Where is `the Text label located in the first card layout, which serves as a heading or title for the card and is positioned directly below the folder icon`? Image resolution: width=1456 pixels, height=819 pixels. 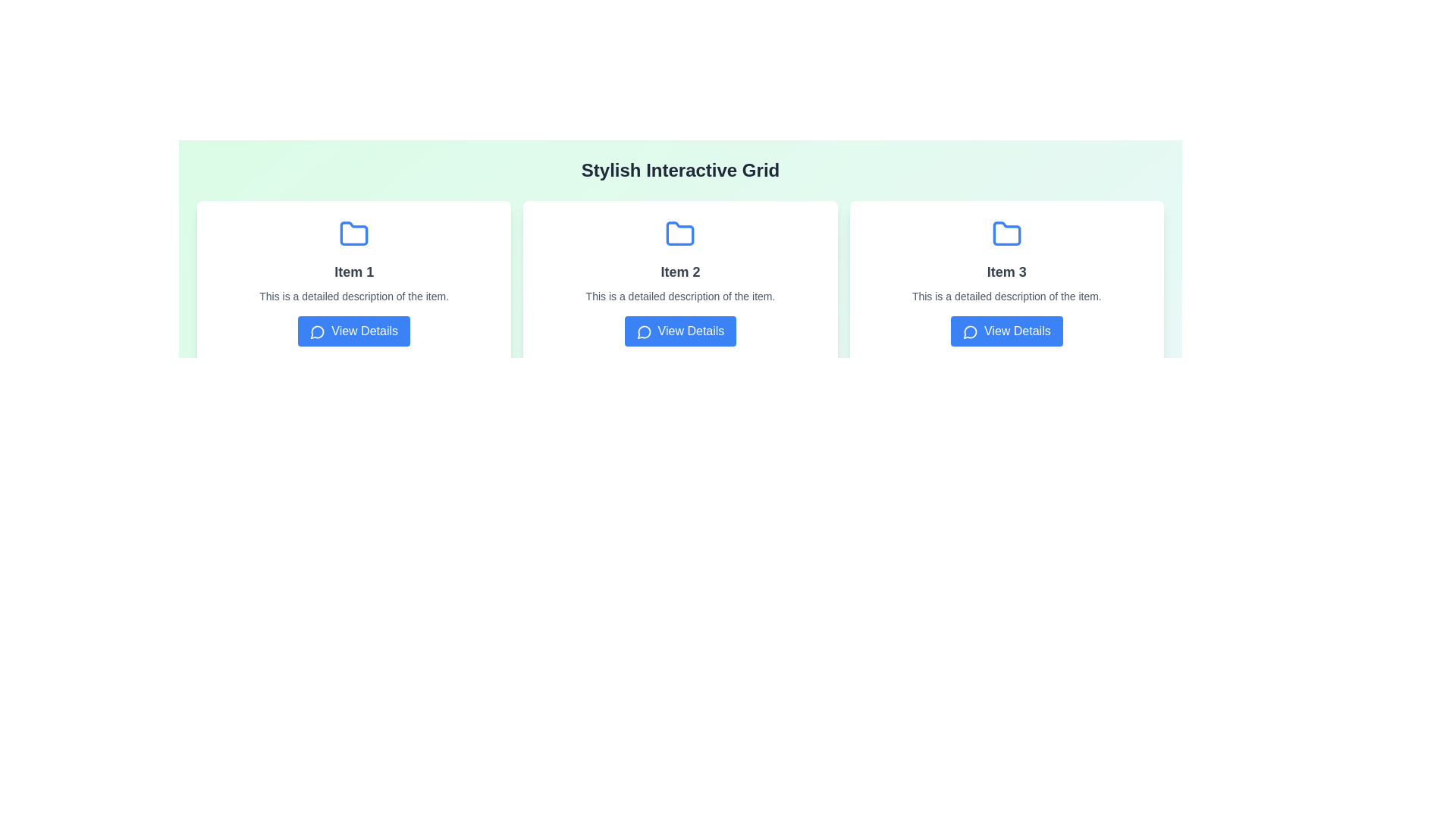
the Text label located in the first card layout, which serves as a heading or title for the card and is positioned directly below the folder icon is located at coordinates (353, 271).